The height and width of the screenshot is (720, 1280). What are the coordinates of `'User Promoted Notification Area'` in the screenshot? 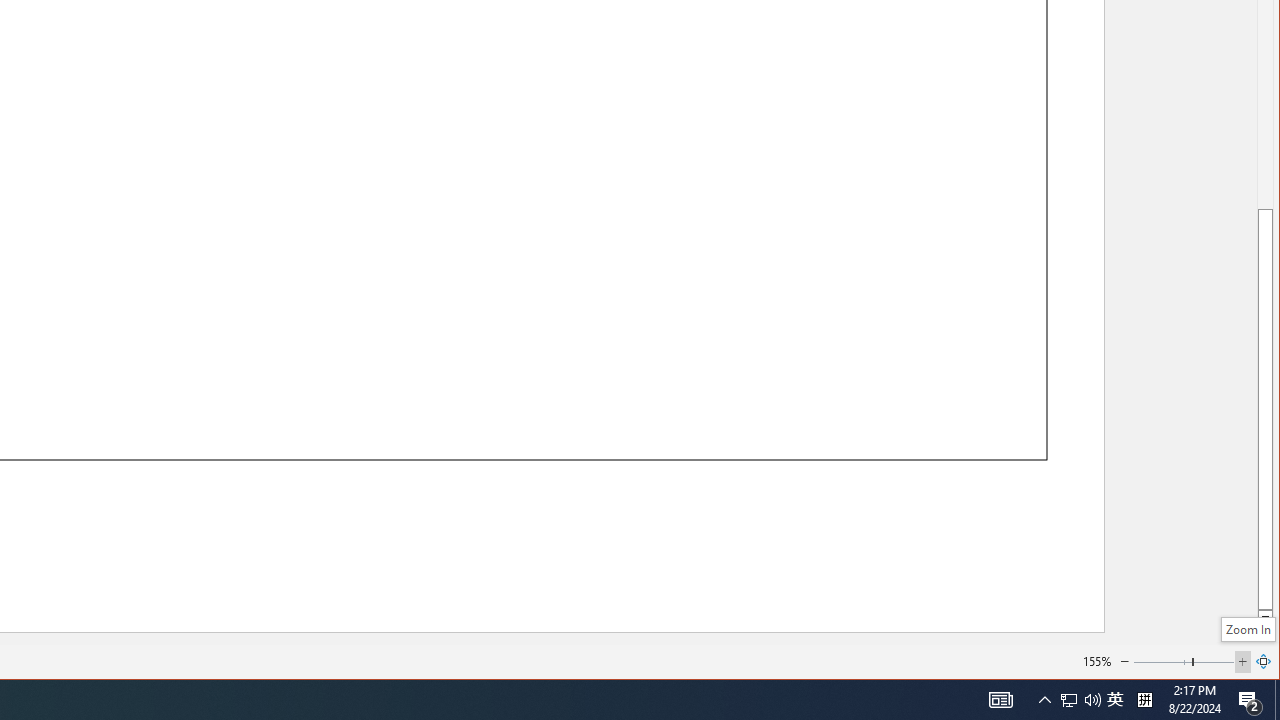 It's located at (1114, 698).